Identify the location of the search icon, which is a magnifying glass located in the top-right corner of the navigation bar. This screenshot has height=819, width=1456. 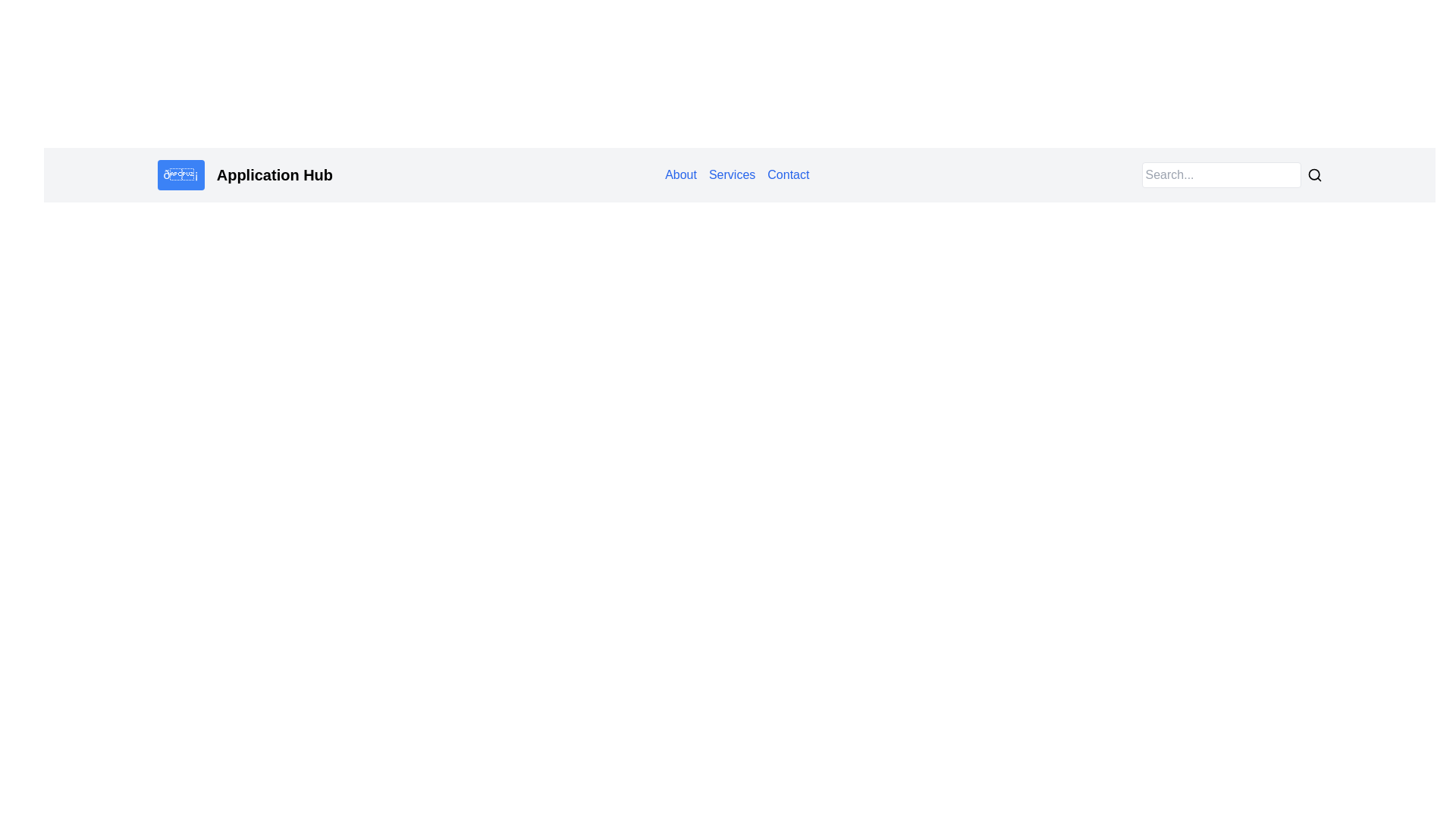
(1313, 174).